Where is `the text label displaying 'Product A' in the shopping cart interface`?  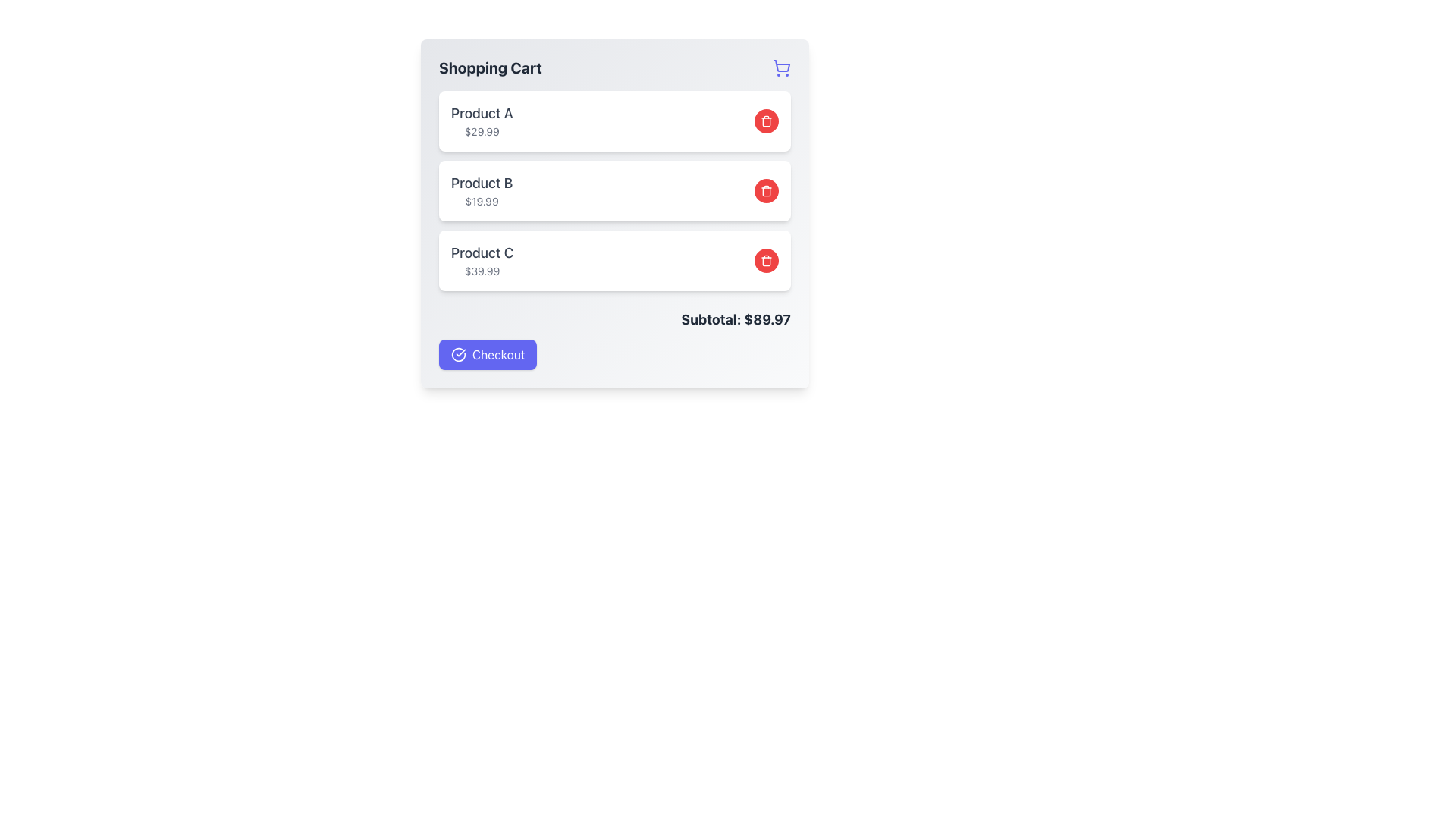
the text label displaying 'Product A' in the shopping cart interface is located at coordinates (481, 113).